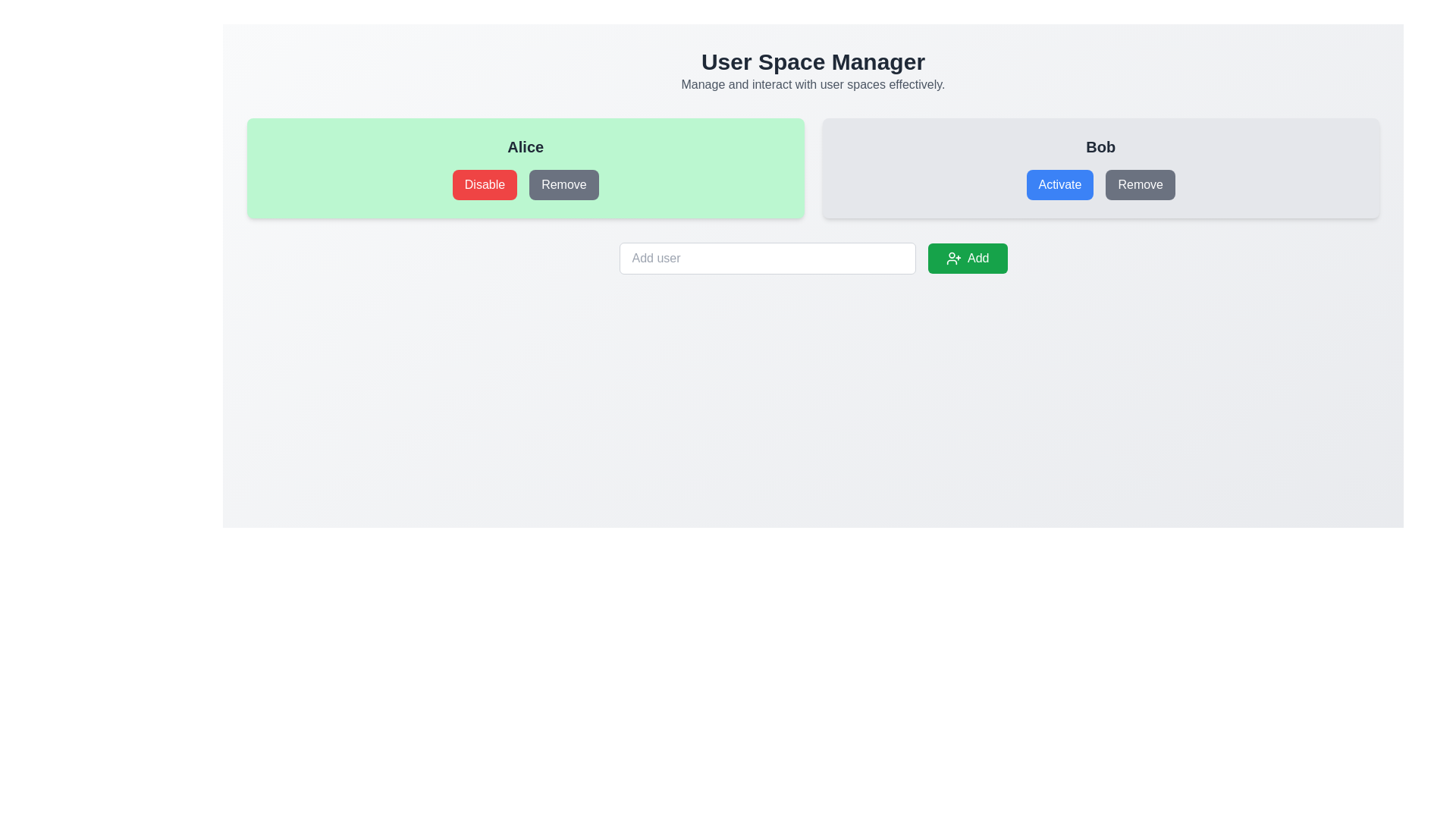 The width and height of the screenshot is (1456, 819). I want to click on the Text Label that reads 'Manage and interact with user spaces effectively.', which is styled in gray and positioned centrally below the 'User Space Manager' heading, so click(812, 84).